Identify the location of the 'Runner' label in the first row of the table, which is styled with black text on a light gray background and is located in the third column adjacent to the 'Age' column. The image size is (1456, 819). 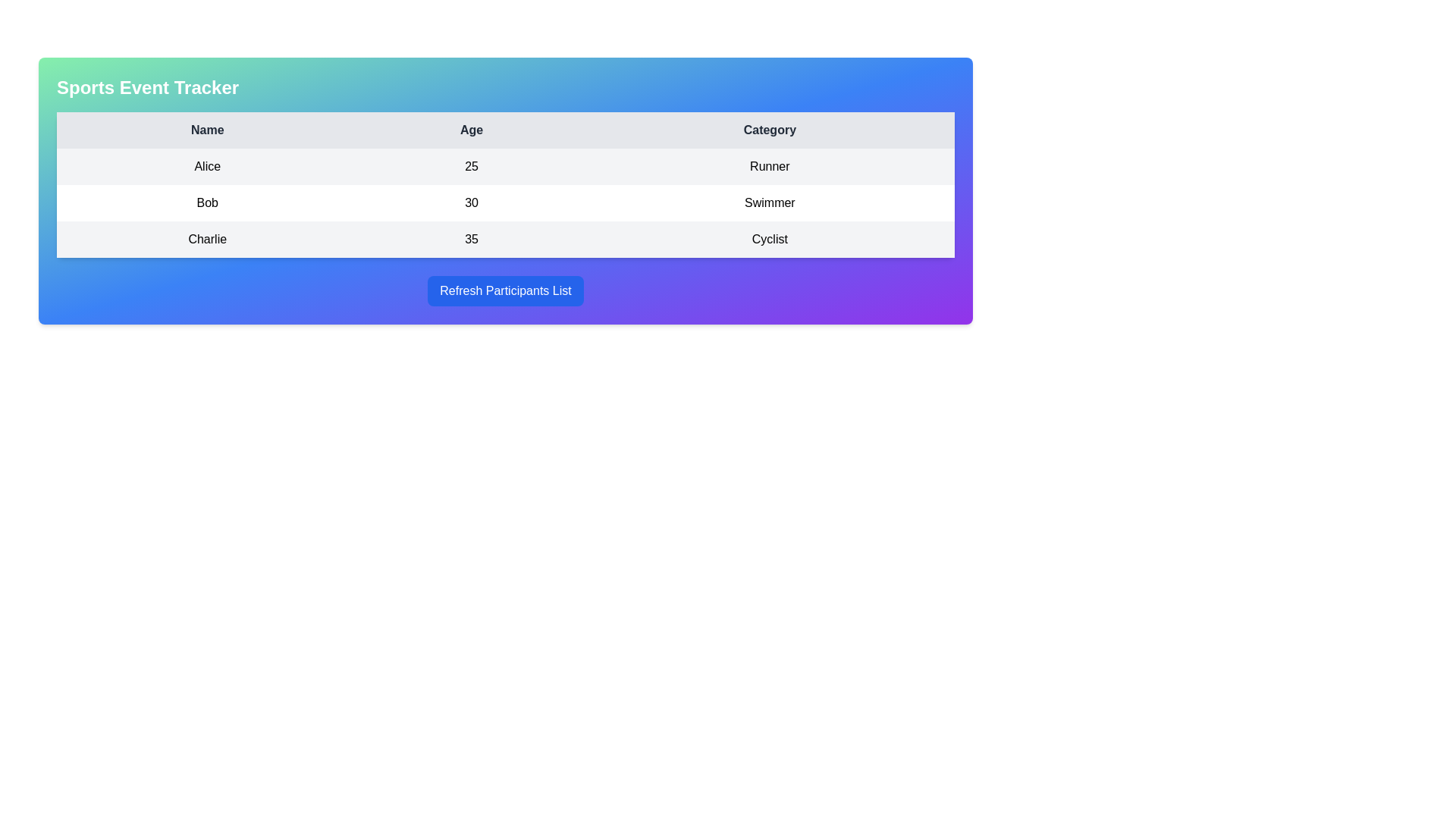
(770, 166).